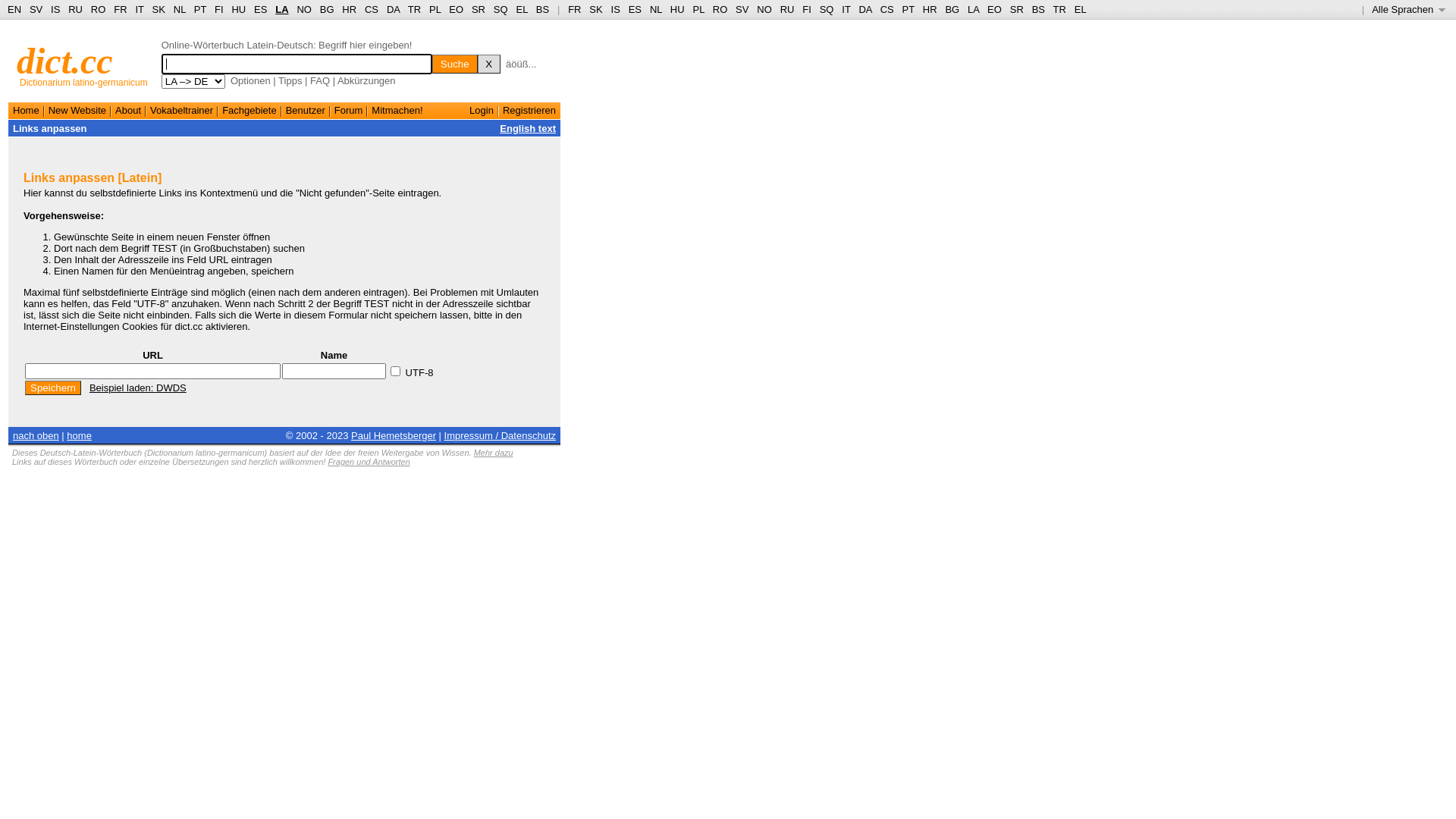 The width and height of the screenshot is (1456, 819). I want to click on 'English text', so click(528, 127).